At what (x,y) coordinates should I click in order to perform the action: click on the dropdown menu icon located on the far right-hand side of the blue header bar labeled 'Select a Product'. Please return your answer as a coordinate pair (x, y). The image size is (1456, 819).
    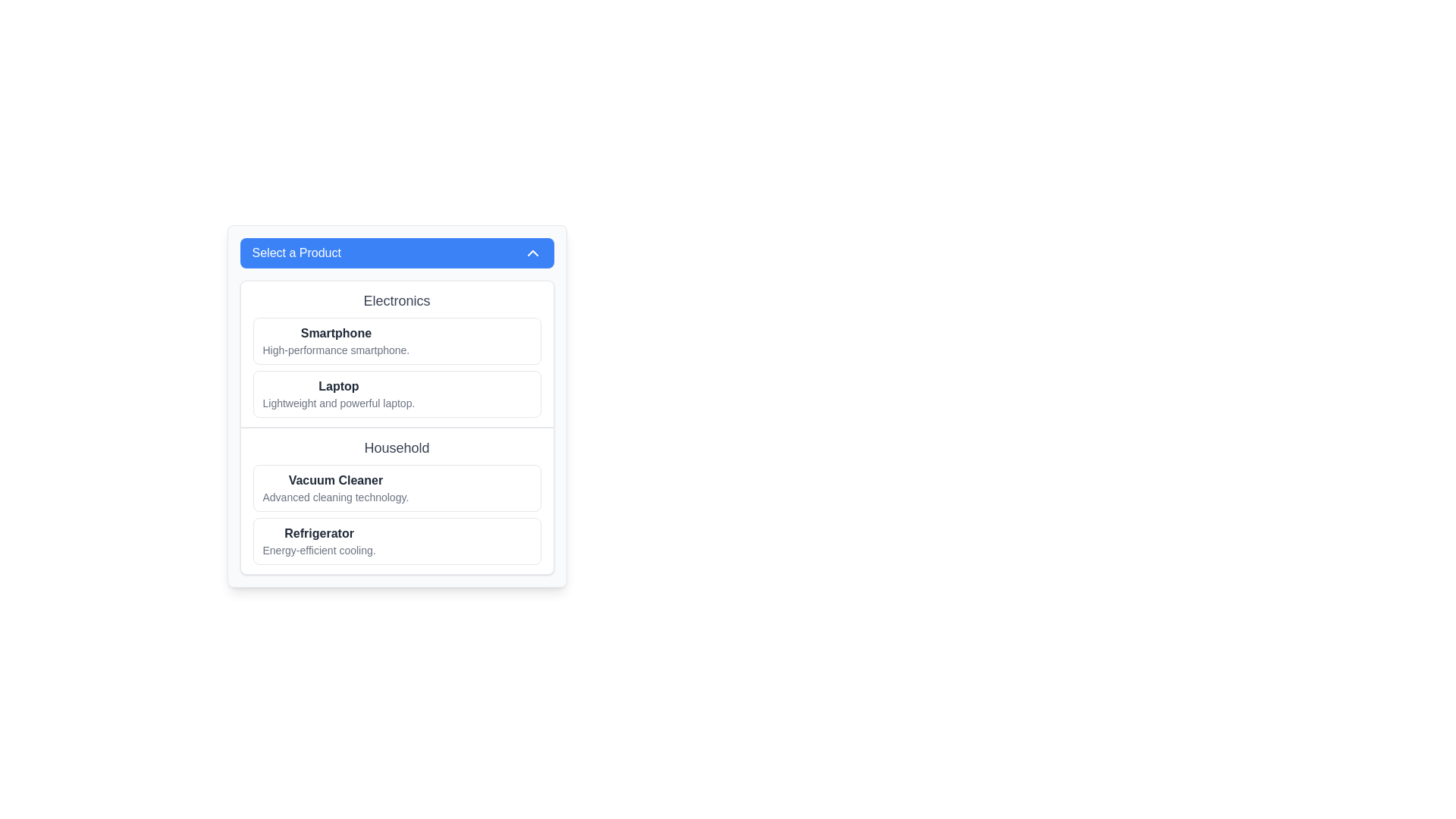
    Looking at the image, I should click on (532, 253).